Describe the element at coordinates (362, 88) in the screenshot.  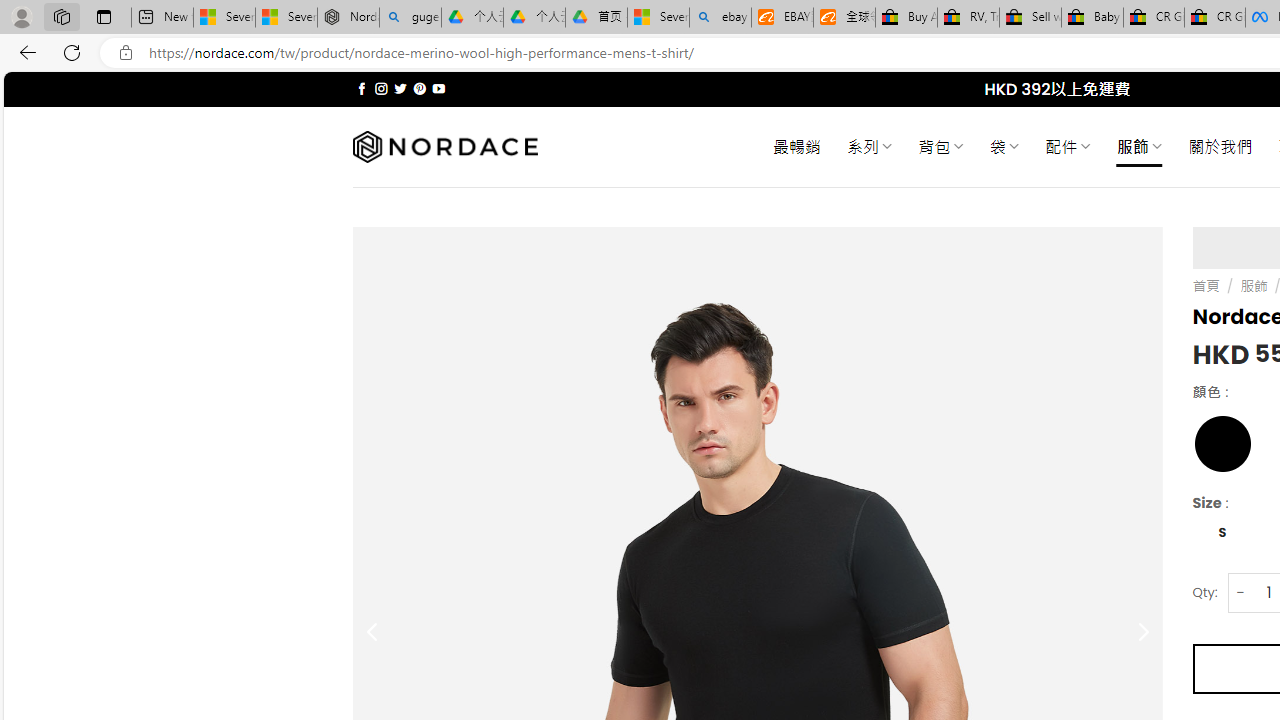
I see `'Follow on Facebook'` at that location.